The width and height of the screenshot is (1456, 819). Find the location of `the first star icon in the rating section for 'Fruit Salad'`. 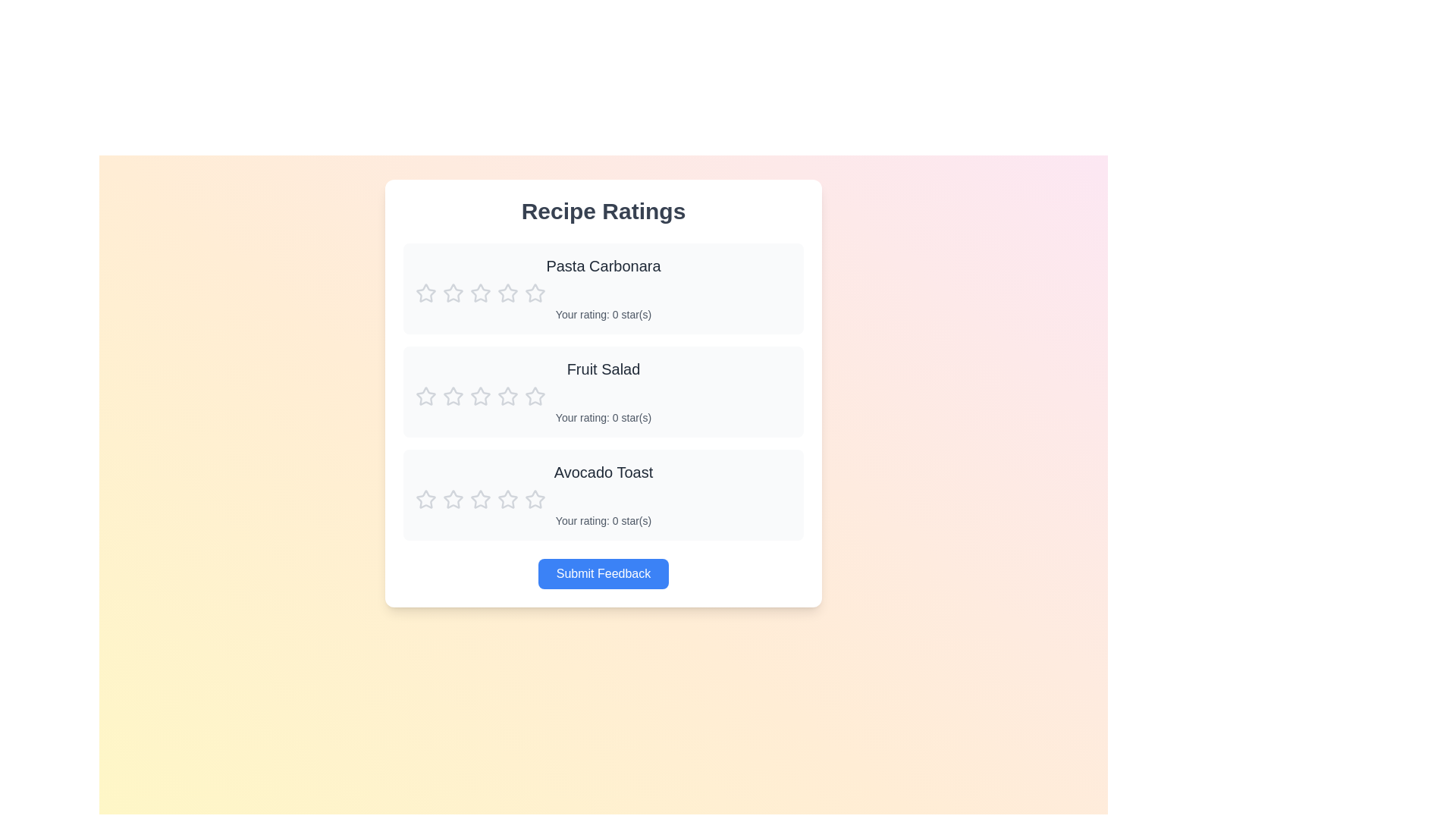

the first star icon in the rating section for 'Fruit Salad' is located at coordinates (508, 395).